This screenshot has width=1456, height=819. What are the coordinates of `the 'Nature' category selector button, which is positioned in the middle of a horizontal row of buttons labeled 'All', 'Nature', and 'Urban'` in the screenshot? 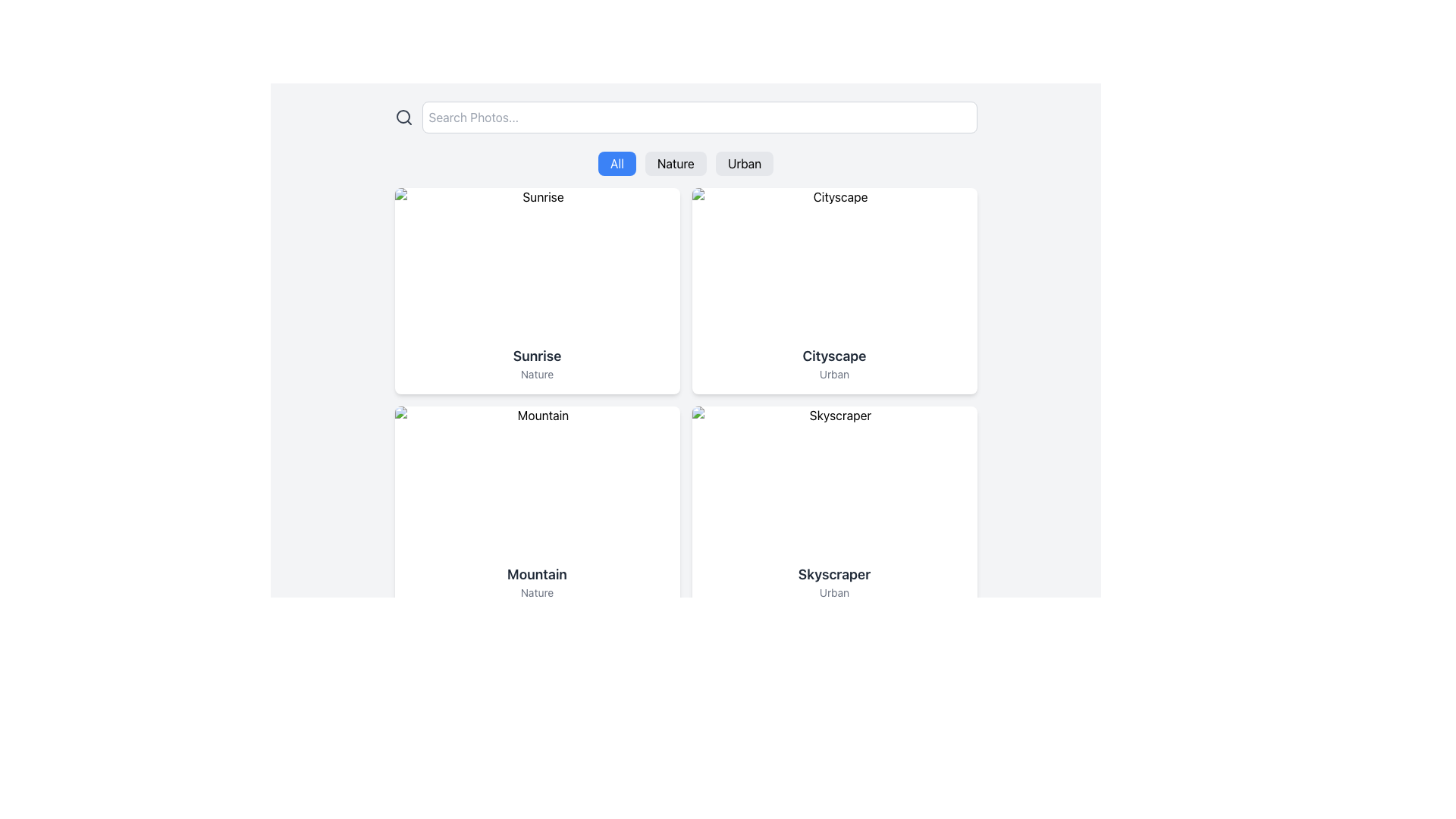 It's located at (685, 164).